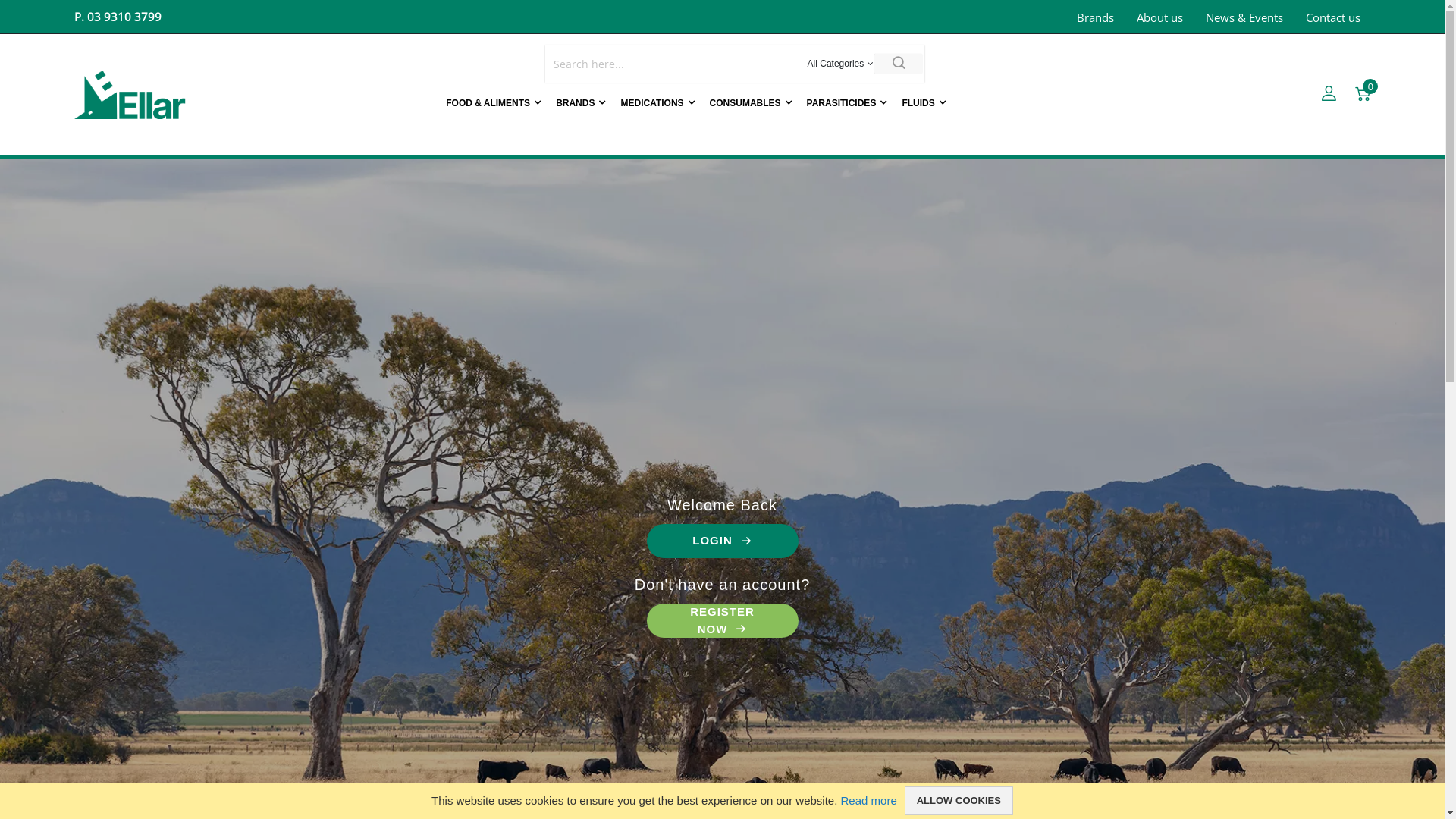 The height and width of the screenshot is (819, 1456). I want to click on 'Cart, so click(1354, 95).